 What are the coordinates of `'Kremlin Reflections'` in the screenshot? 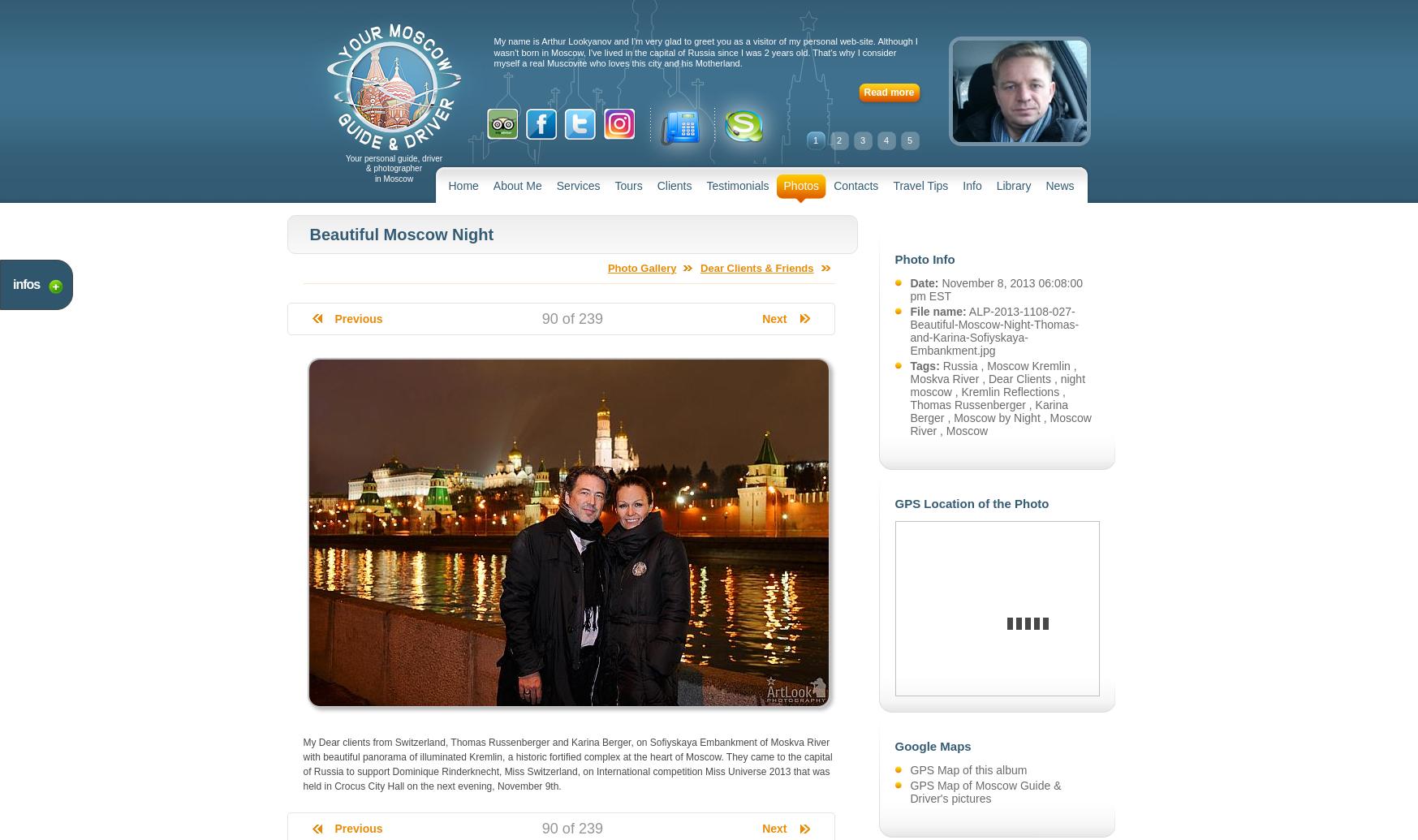 It's located at (1010, 392).